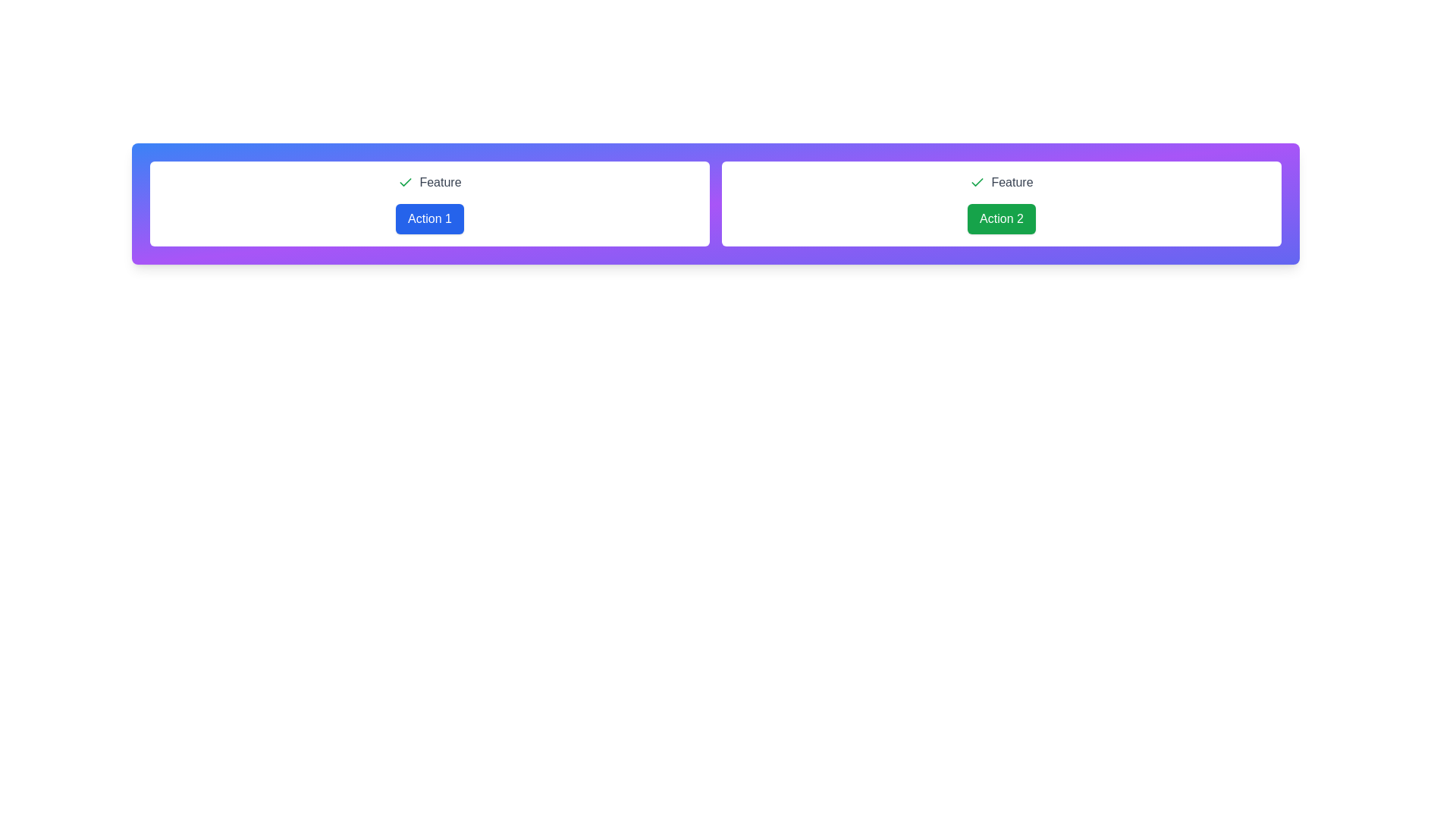 This screenshot has width=1456, height=819. What do you see at coordinates (428, 219) in the screenshot?
I see `the 'Action 1' button` at bounding box center [428, 219].